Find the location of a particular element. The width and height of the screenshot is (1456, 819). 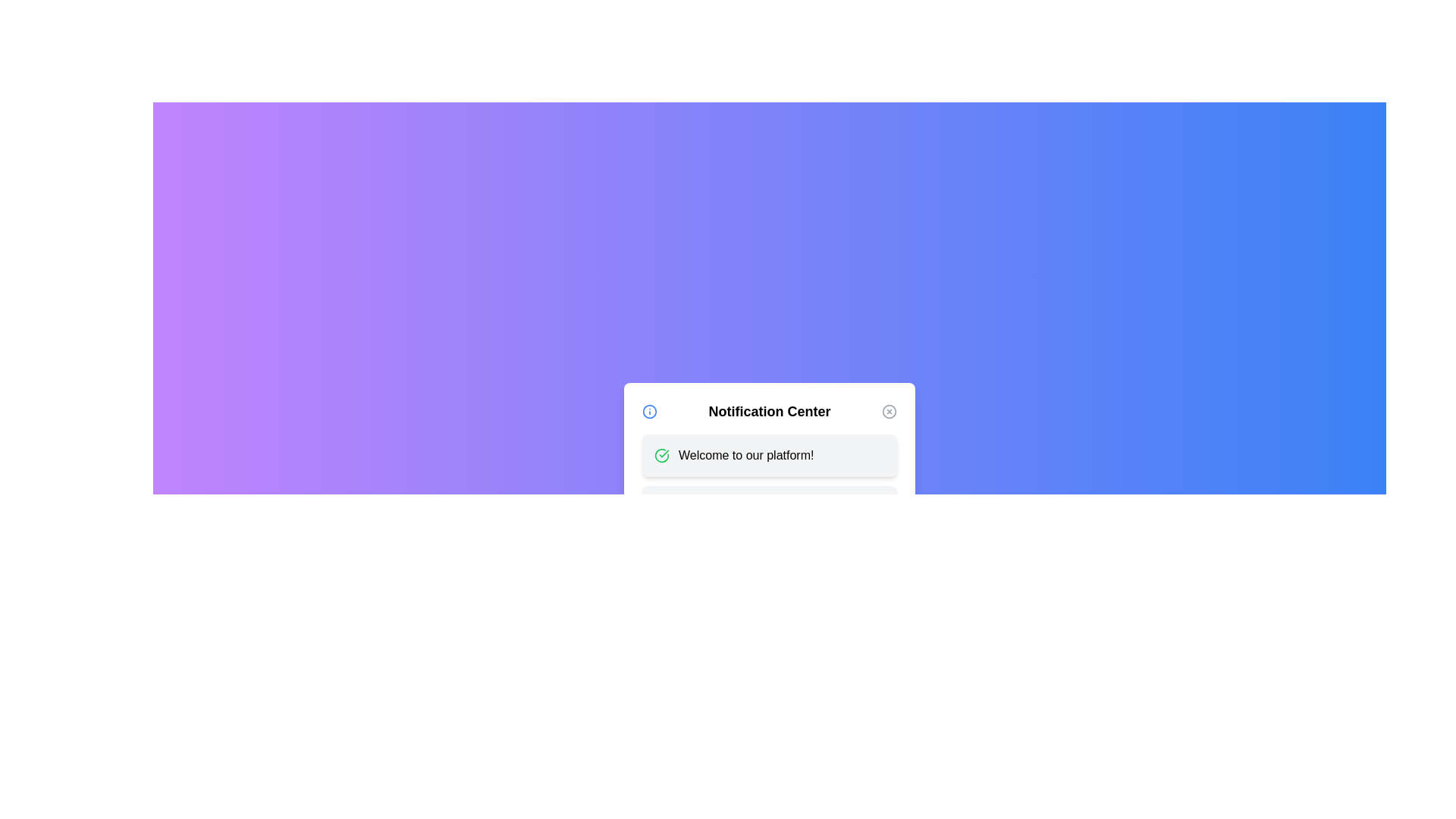

the first notification box in the notification center that has a gray background, rounded corners, and contains the text 'Welcome to our platform!' is located at coordinates (769, 455).